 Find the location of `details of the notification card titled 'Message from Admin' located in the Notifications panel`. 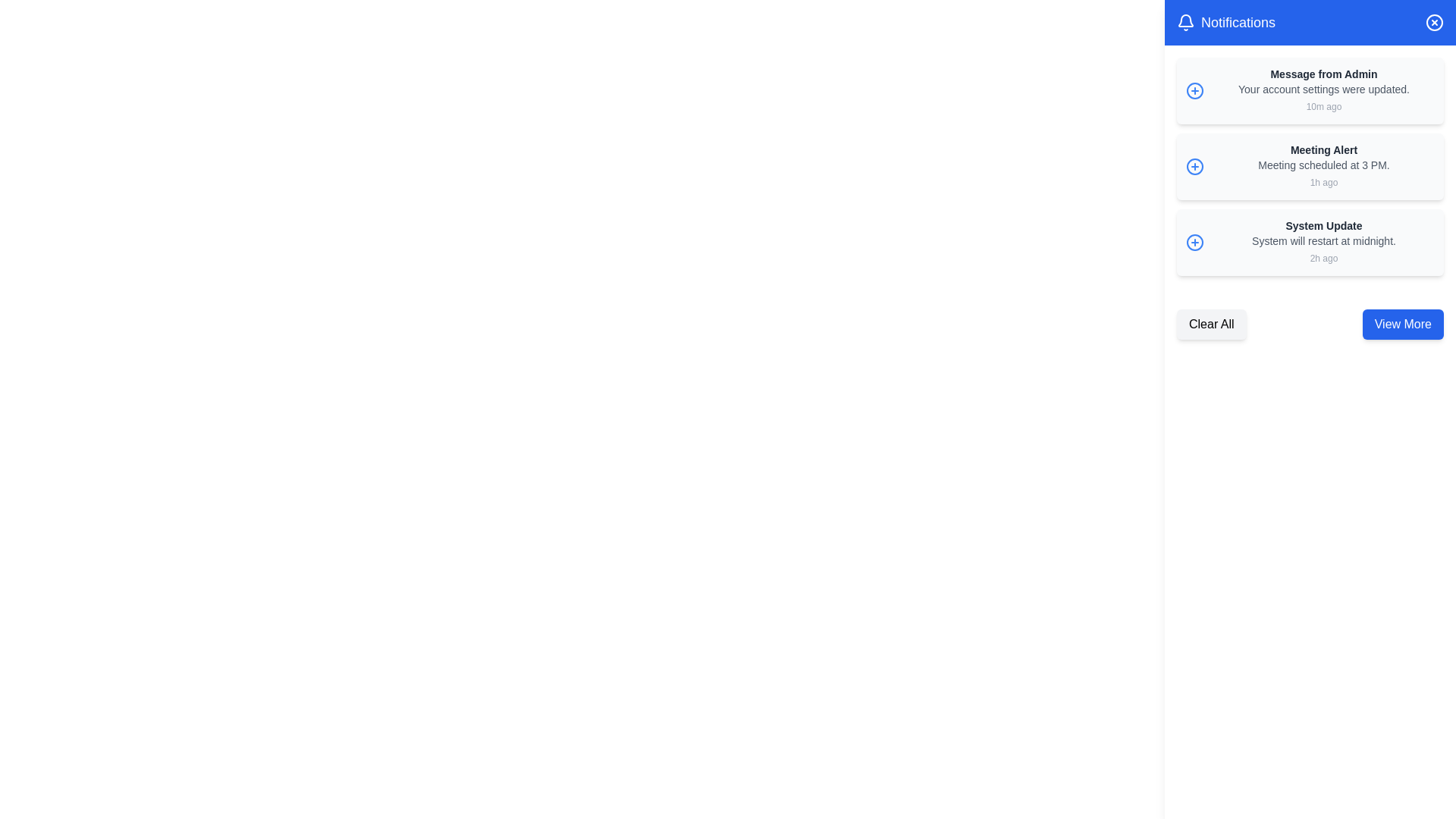

details of the notification card titled 'Message from Admin' located in the Notifications panel is located at coordinates (1310, 90).